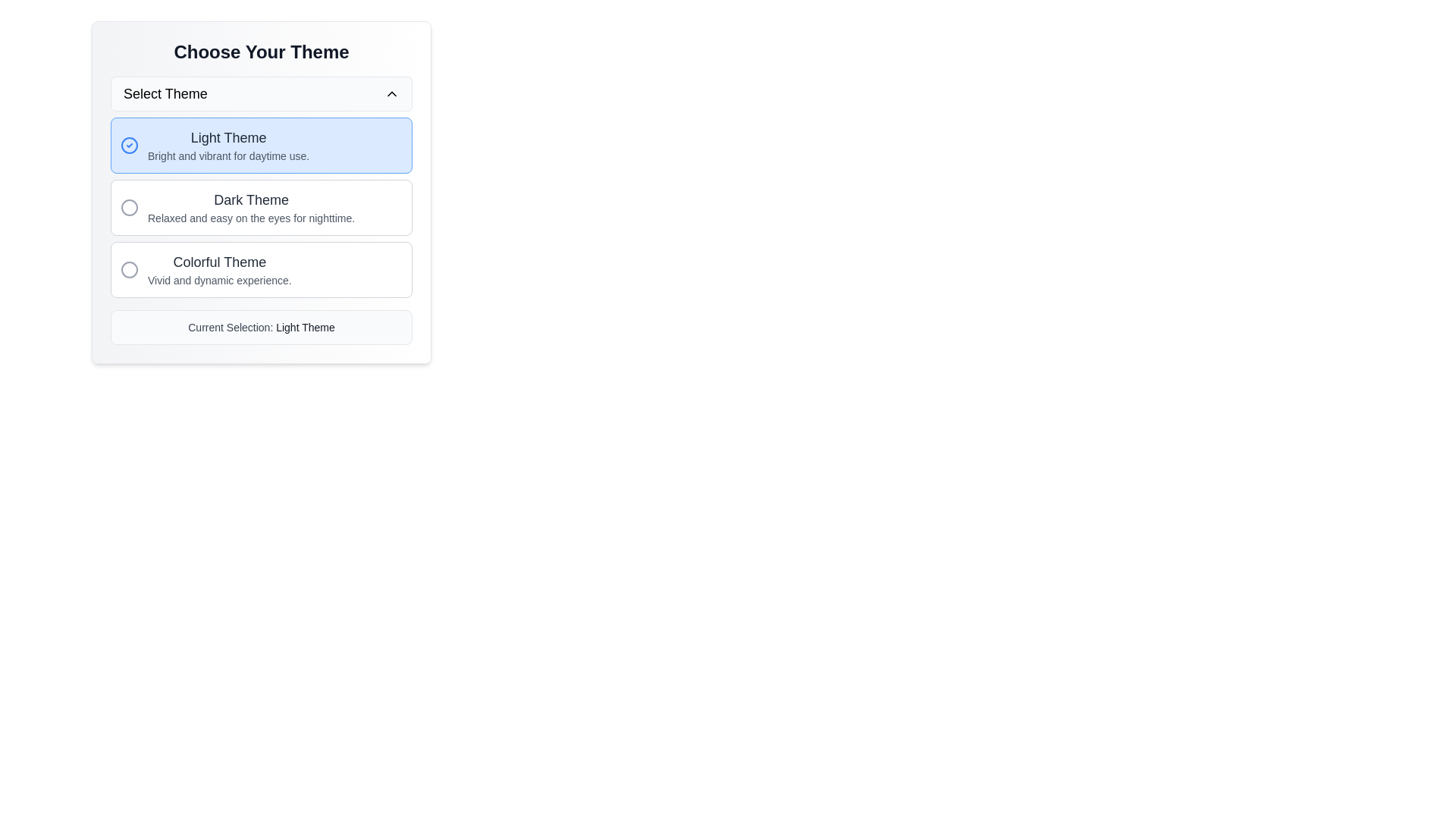  I want to click on the inner filled circle icon of the circular graphical component with a gray border, located to the left of the 'Colorful Theme' selection option in the theme selection interface, so click(130, 268).